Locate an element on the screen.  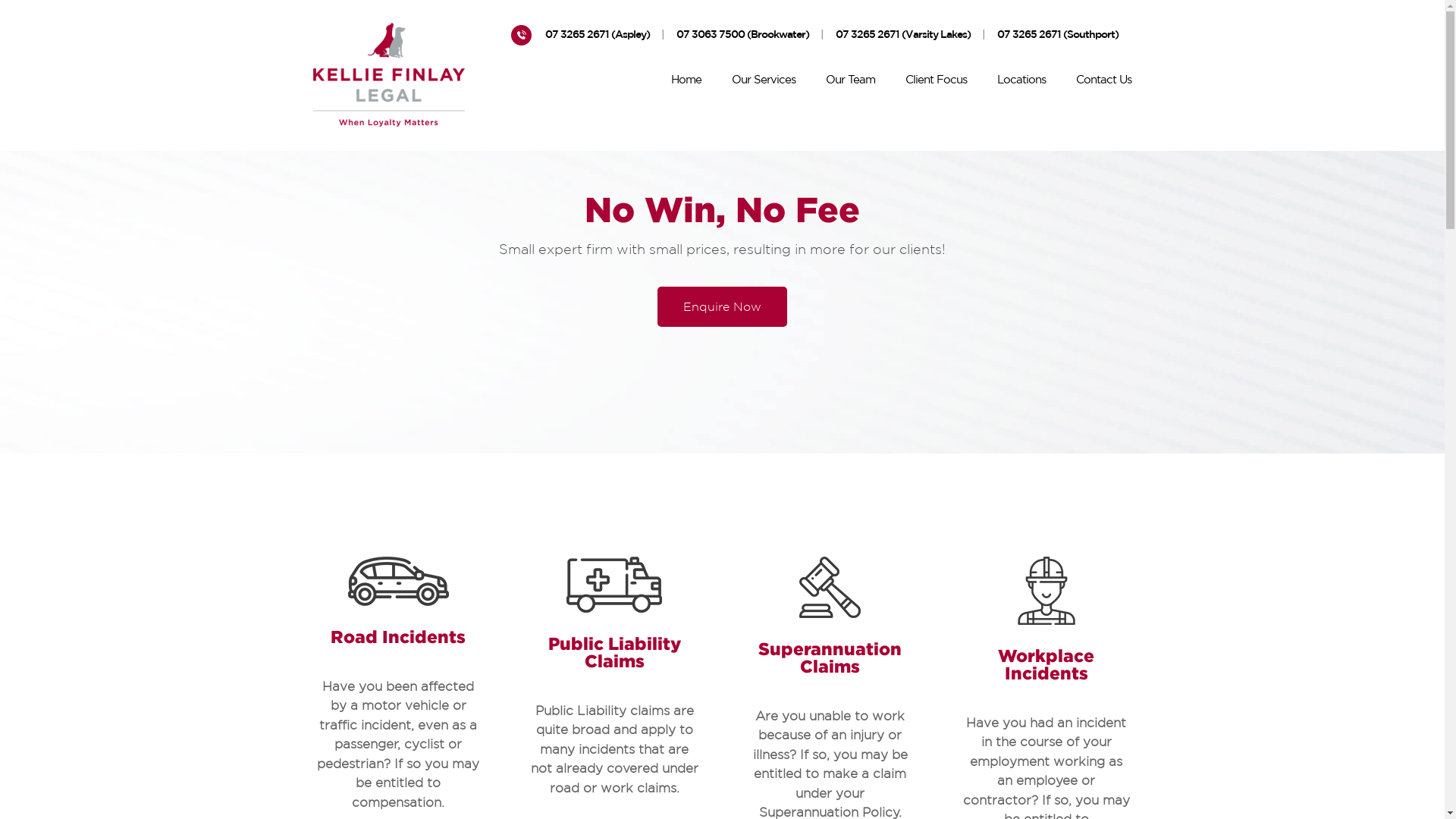
'Locations' is located at coordinates (1021, 82).